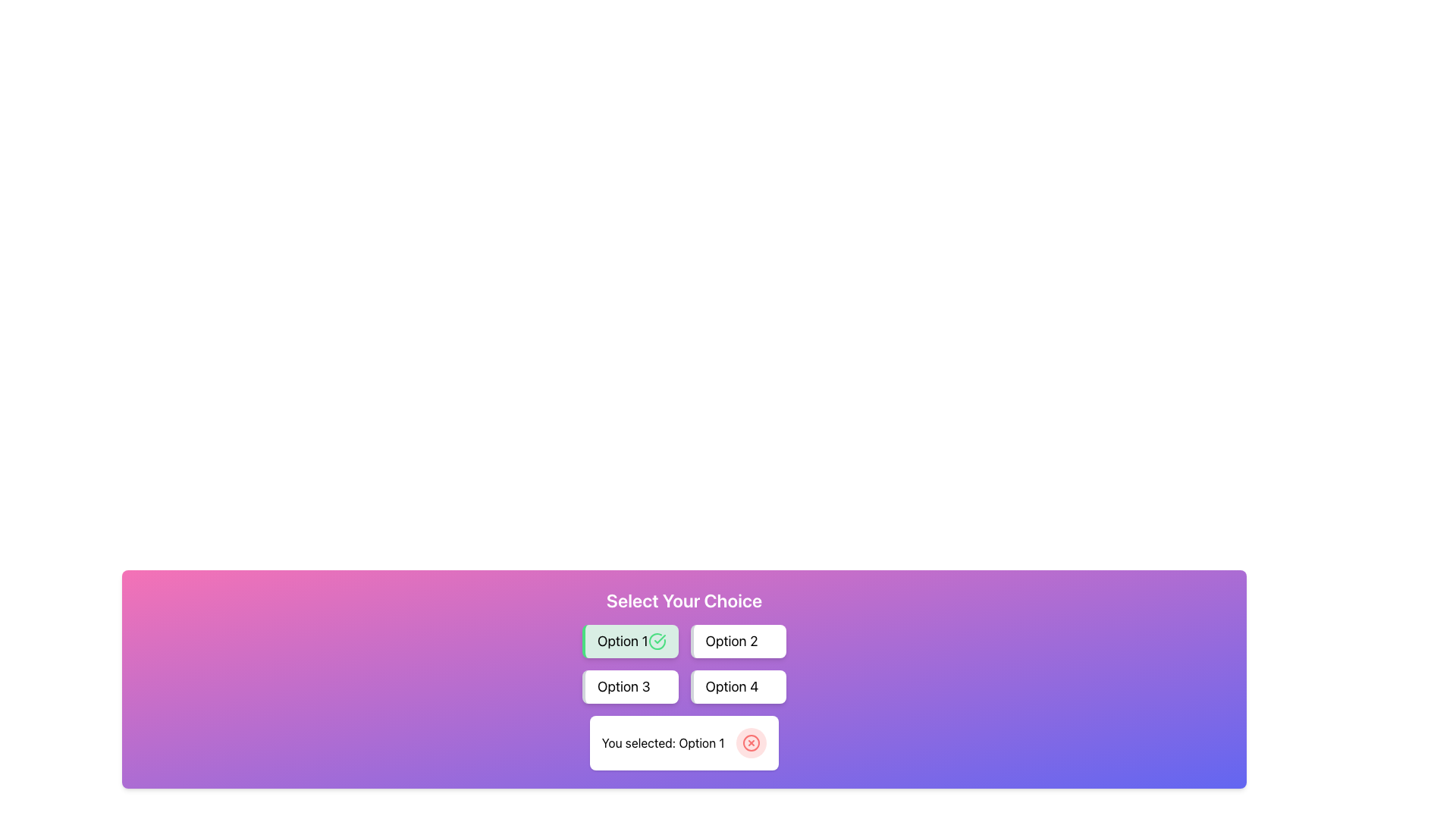 This screenshot has height=819, width=1456. I want to click on the button labeled 'Option 4' located in the bottom-right quadrant of the grid, so click(738, 687).